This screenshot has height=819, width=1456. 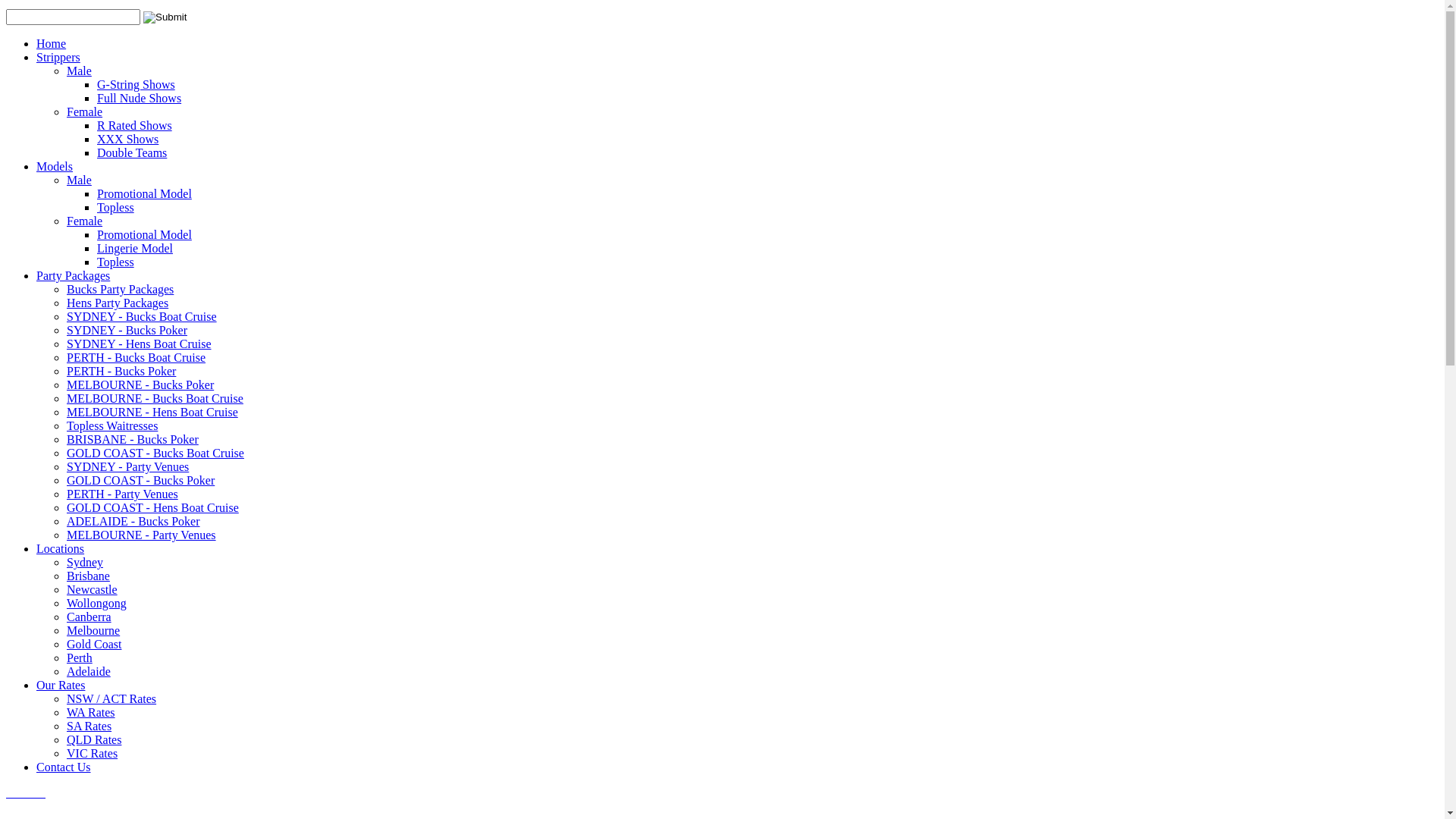 What do you see at coordinates (78, 179) in the screenshot?
I see `'Male'` at bounding box center [78, 179].